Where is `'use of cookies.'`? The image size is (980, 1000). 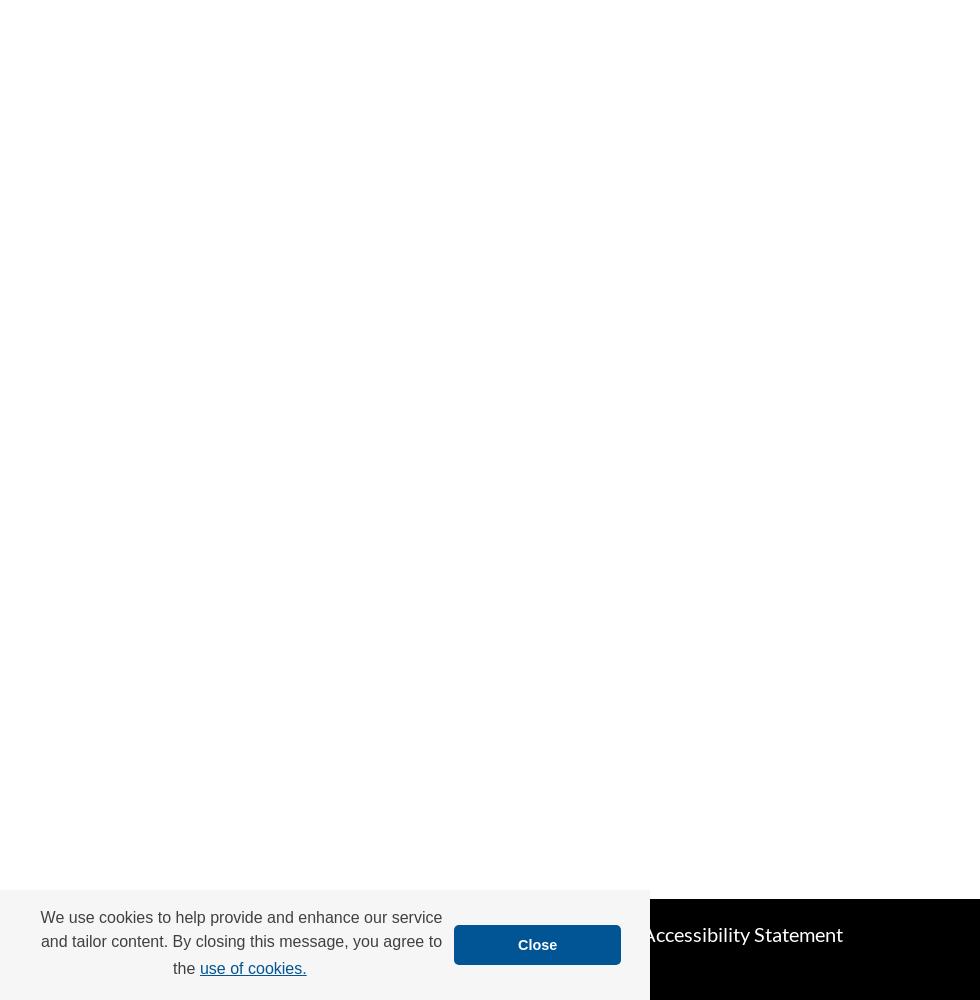
'use of cookies.' is located at coordinates (251, 966).